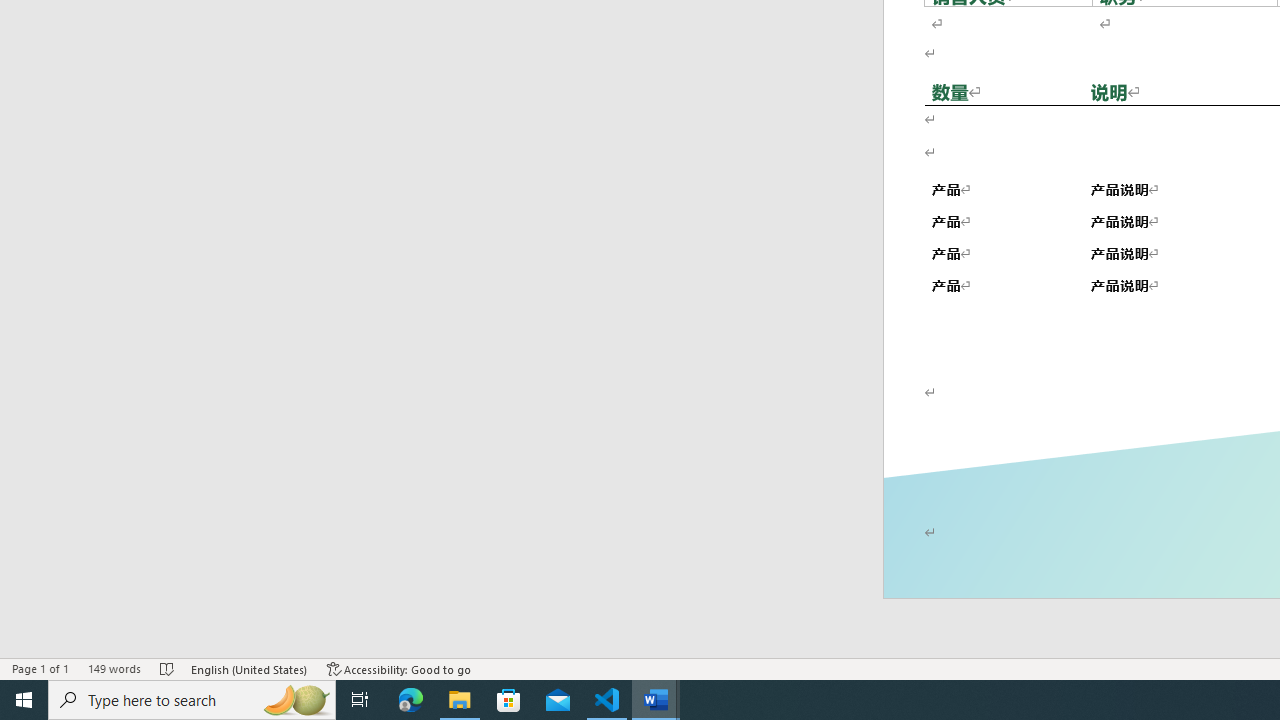 The image size is (1280, 720). What do you see at coordinates (410, 698) in the screenshot?
I see `'Microsoft Edge'` at bounding box center [410, 698].